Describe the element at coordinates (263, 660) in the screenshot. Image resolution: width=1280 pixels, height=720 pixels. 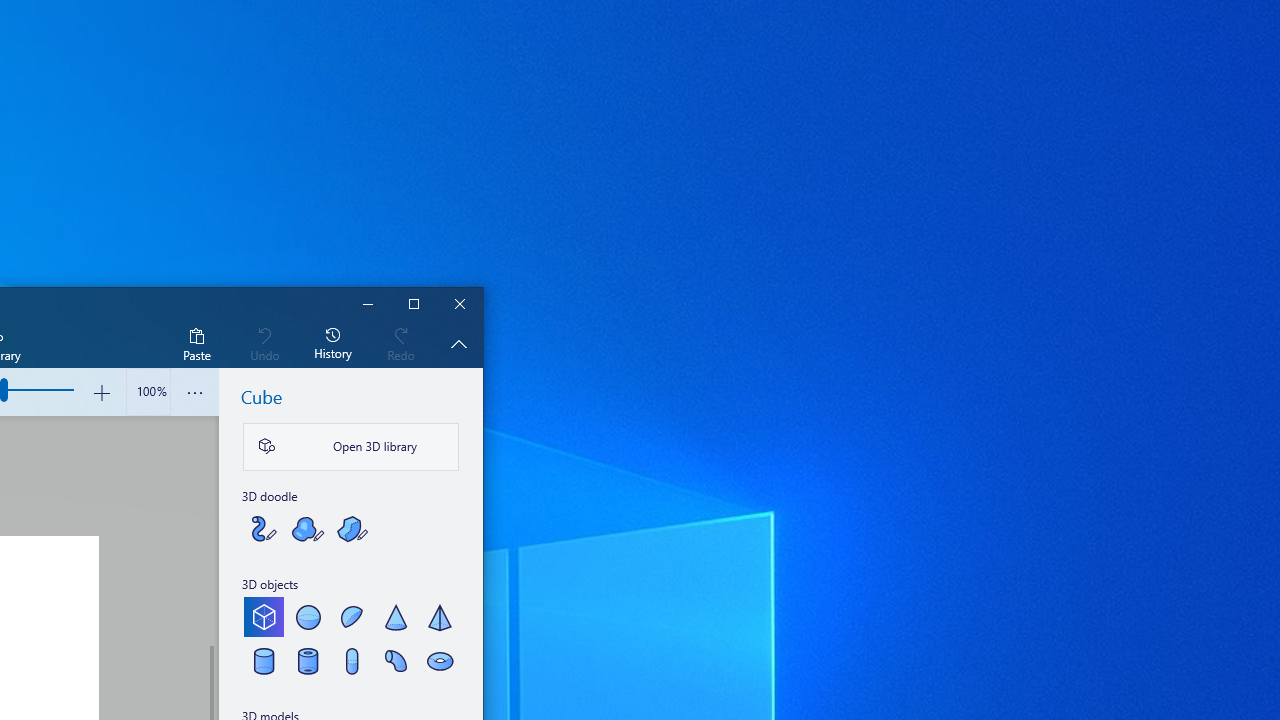
I see `'Cylinder'` at that location.